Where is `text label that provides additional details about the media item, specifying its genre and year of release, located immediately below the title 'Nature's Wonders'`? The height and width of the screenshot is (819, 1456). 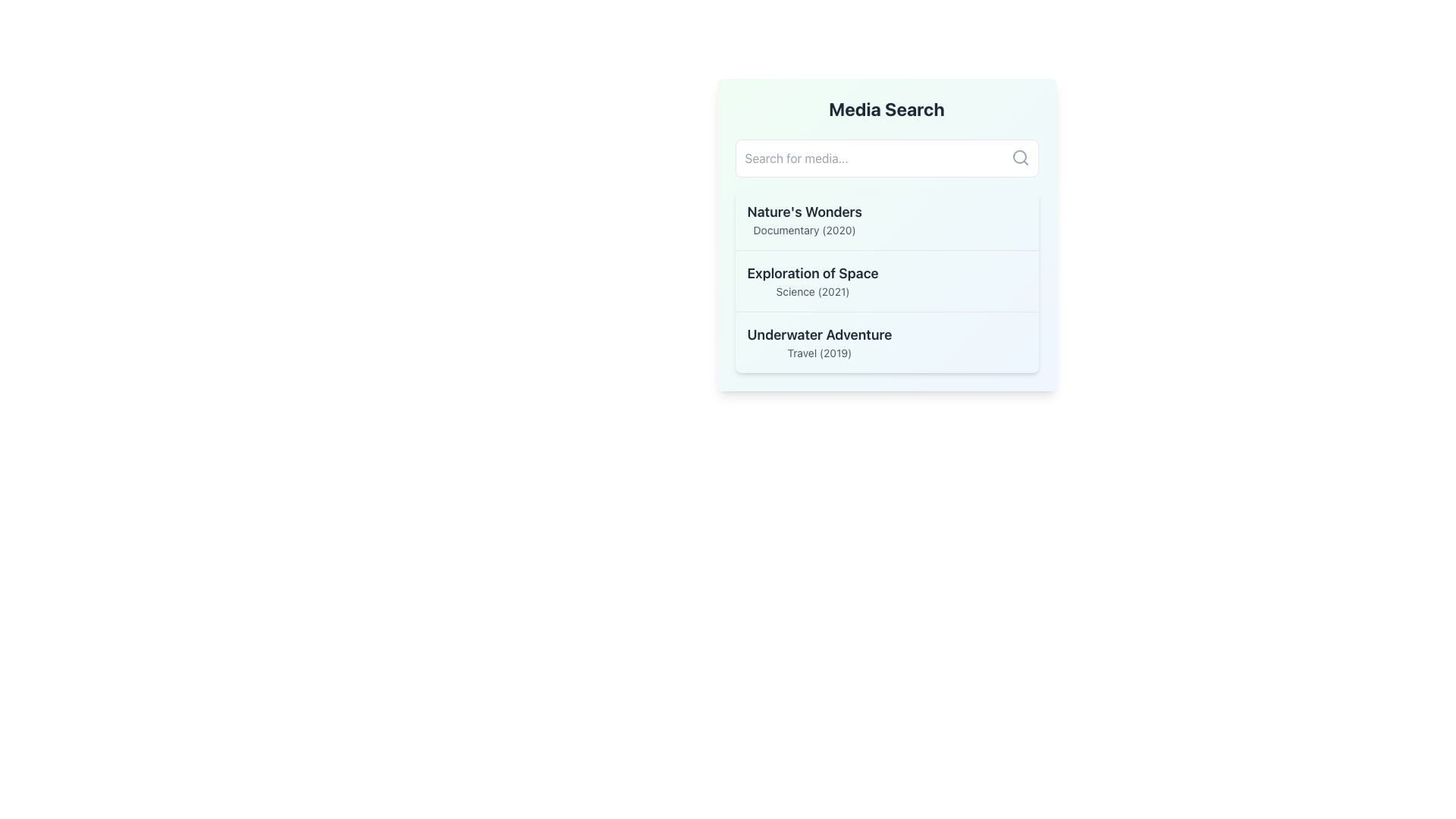 text label that provides additional details about the media item, specifying its genre and year of release, located immediately below the title 'Nature's Wonders' is located at coordinates (804, 231).